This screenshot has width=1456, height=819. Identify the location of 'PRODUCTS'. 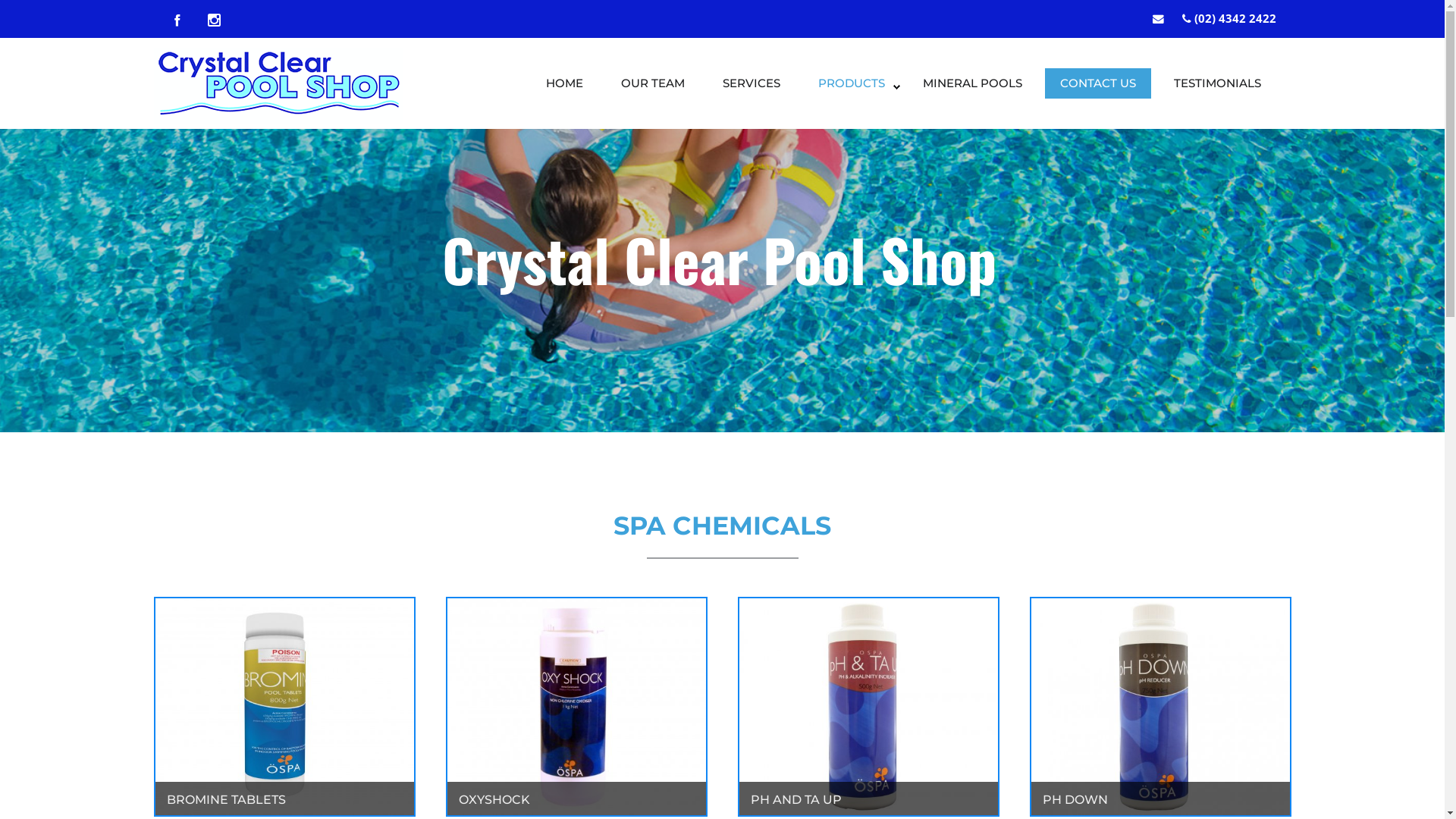
(817, 83).